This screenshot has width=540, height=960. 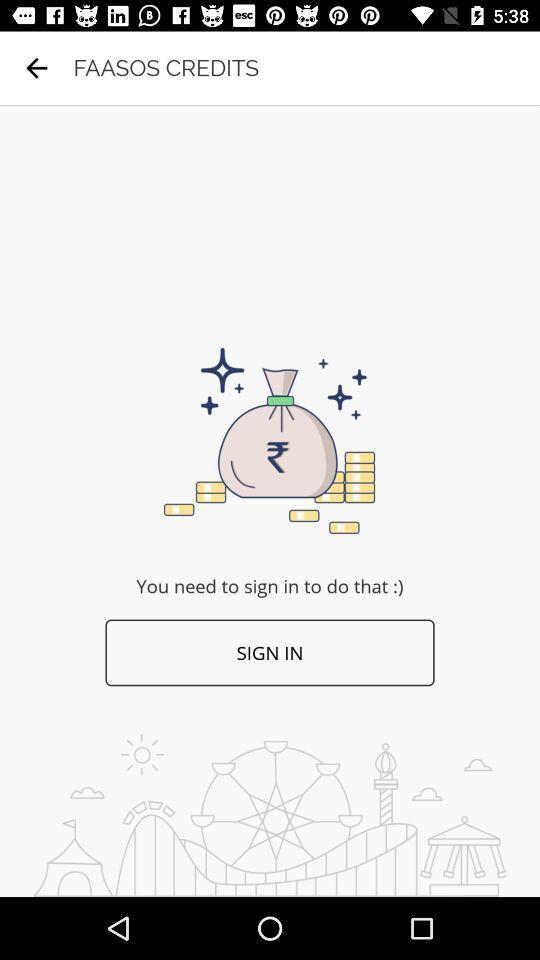 I want to click on the icon to the left of faasos credits icon, so click(x=36, y=68).